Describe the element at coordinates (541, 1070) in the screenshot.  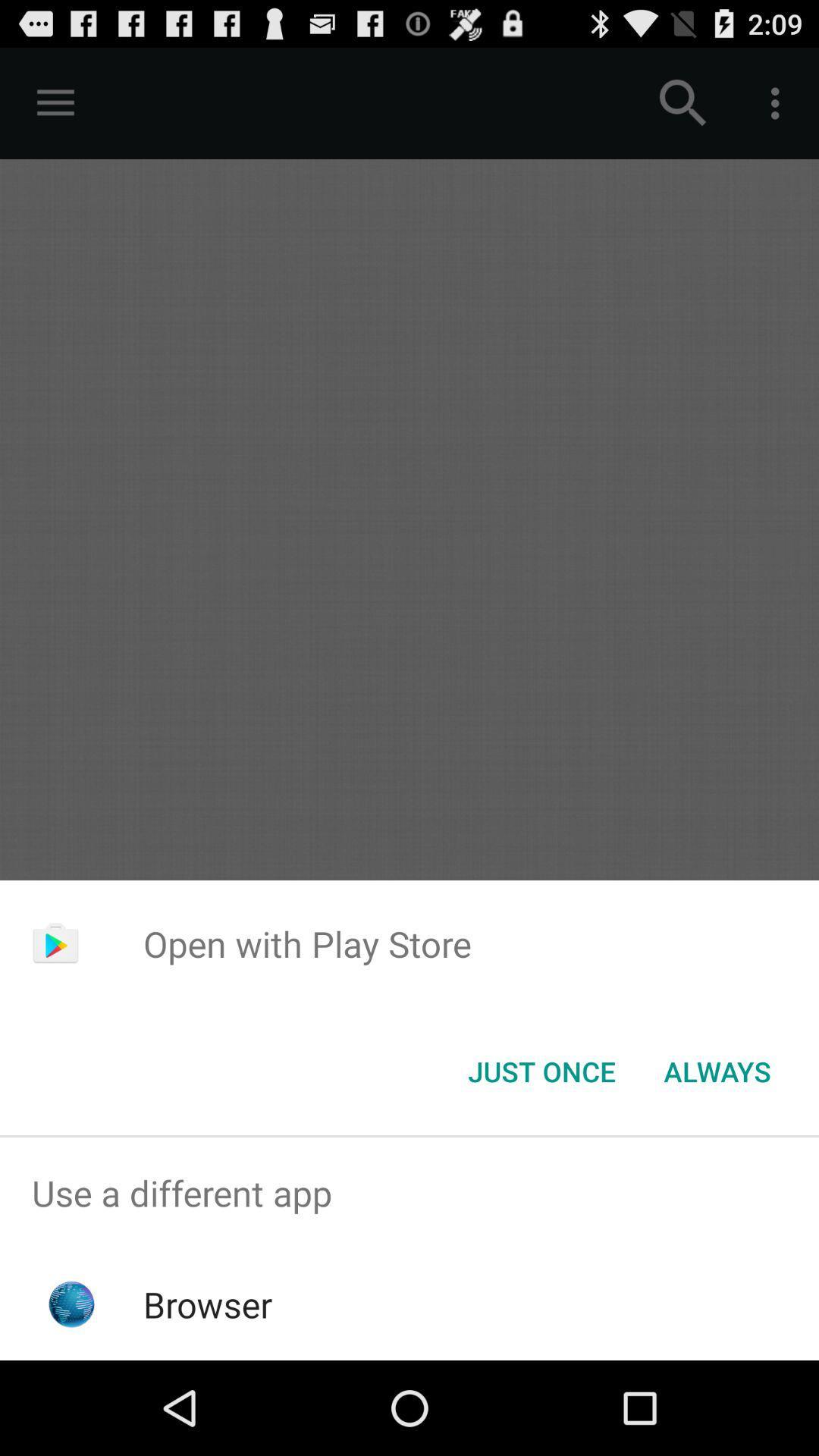
I see `the icon to the left of always` at that location.